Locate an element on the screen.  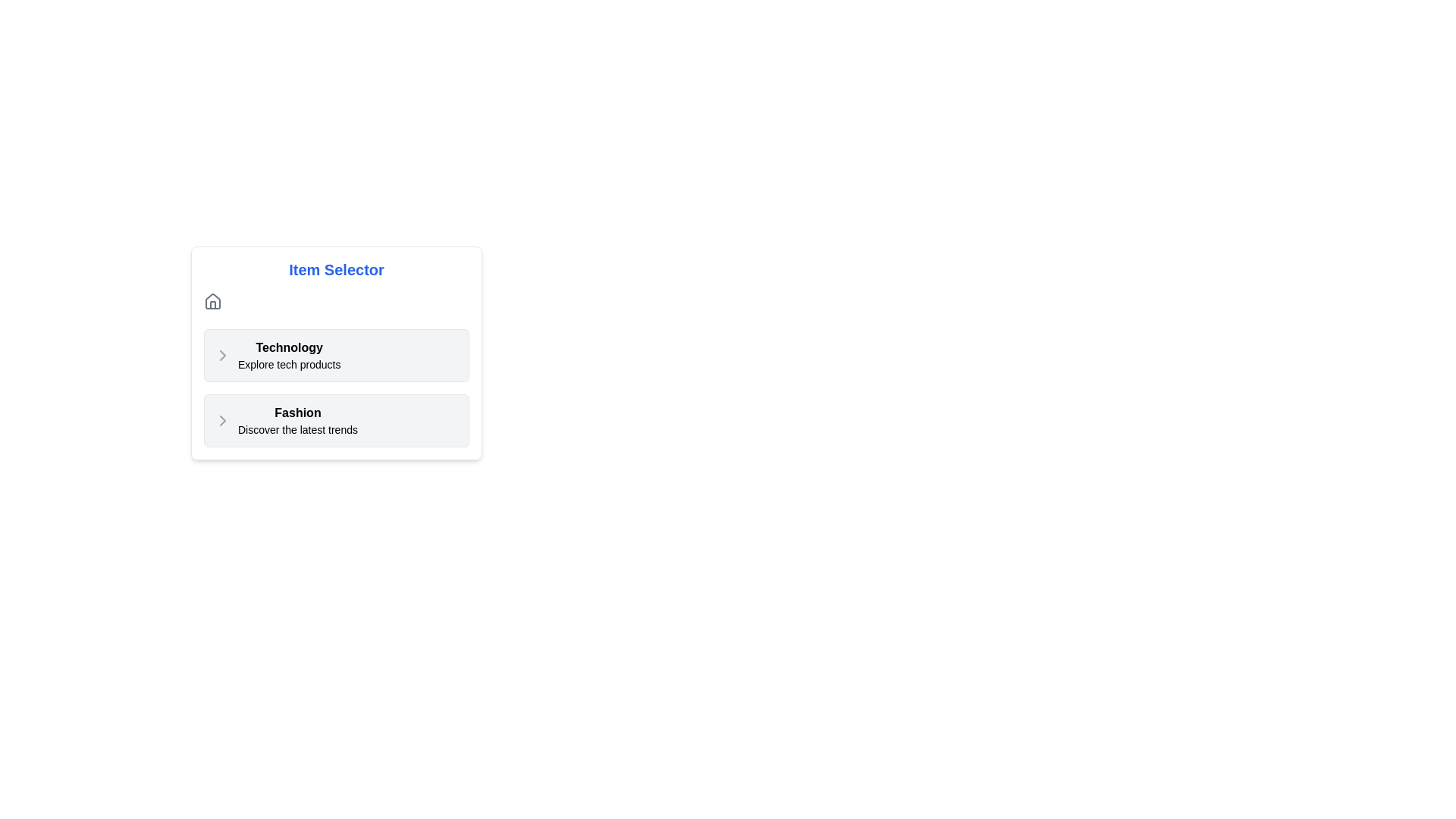
the interactive grid containing two options, 'Technology' and 'Fashion' is located at coordinates (336, 388).